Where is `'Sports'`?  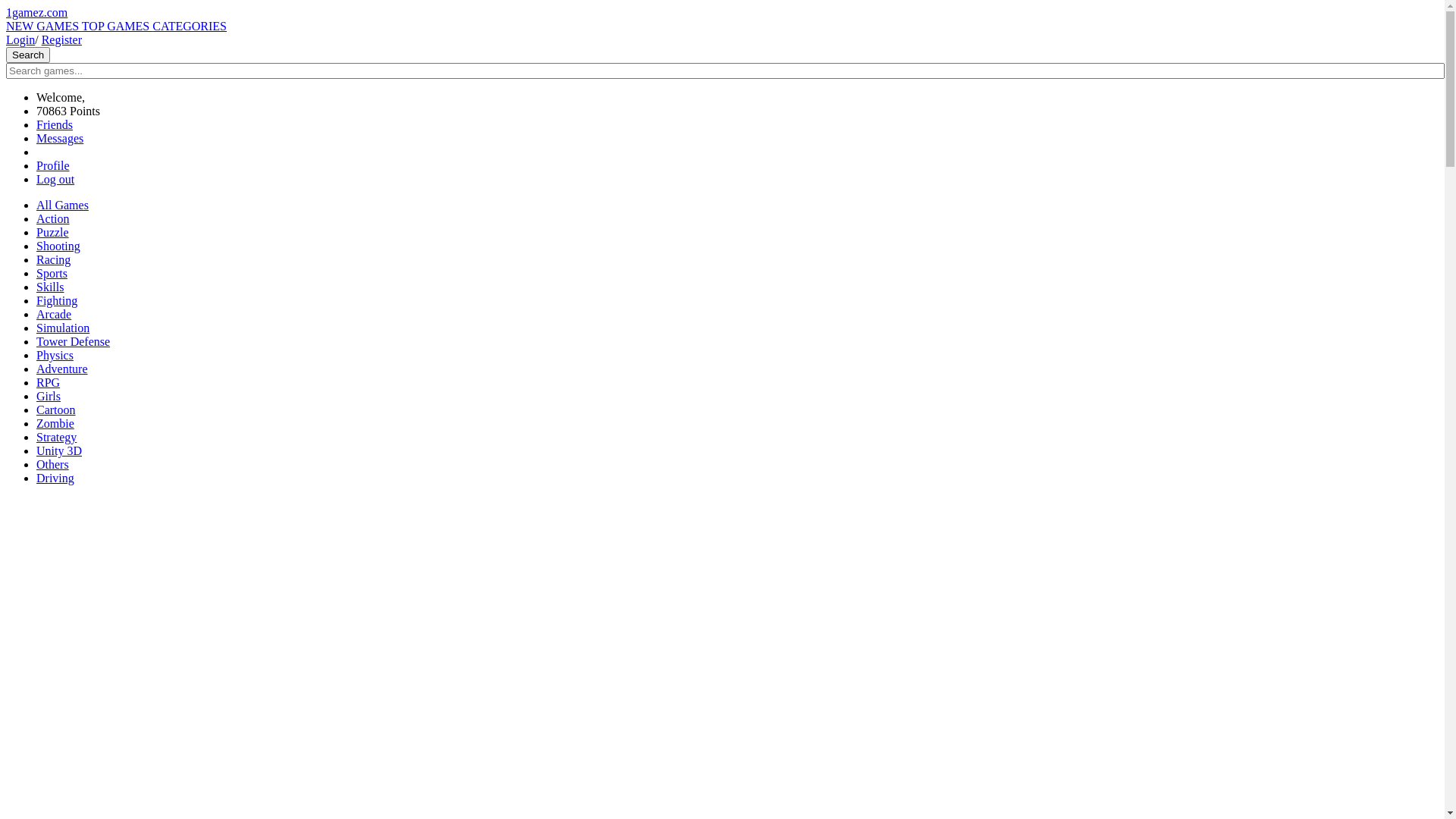
'Sports' is located at coordinates (52, 273).